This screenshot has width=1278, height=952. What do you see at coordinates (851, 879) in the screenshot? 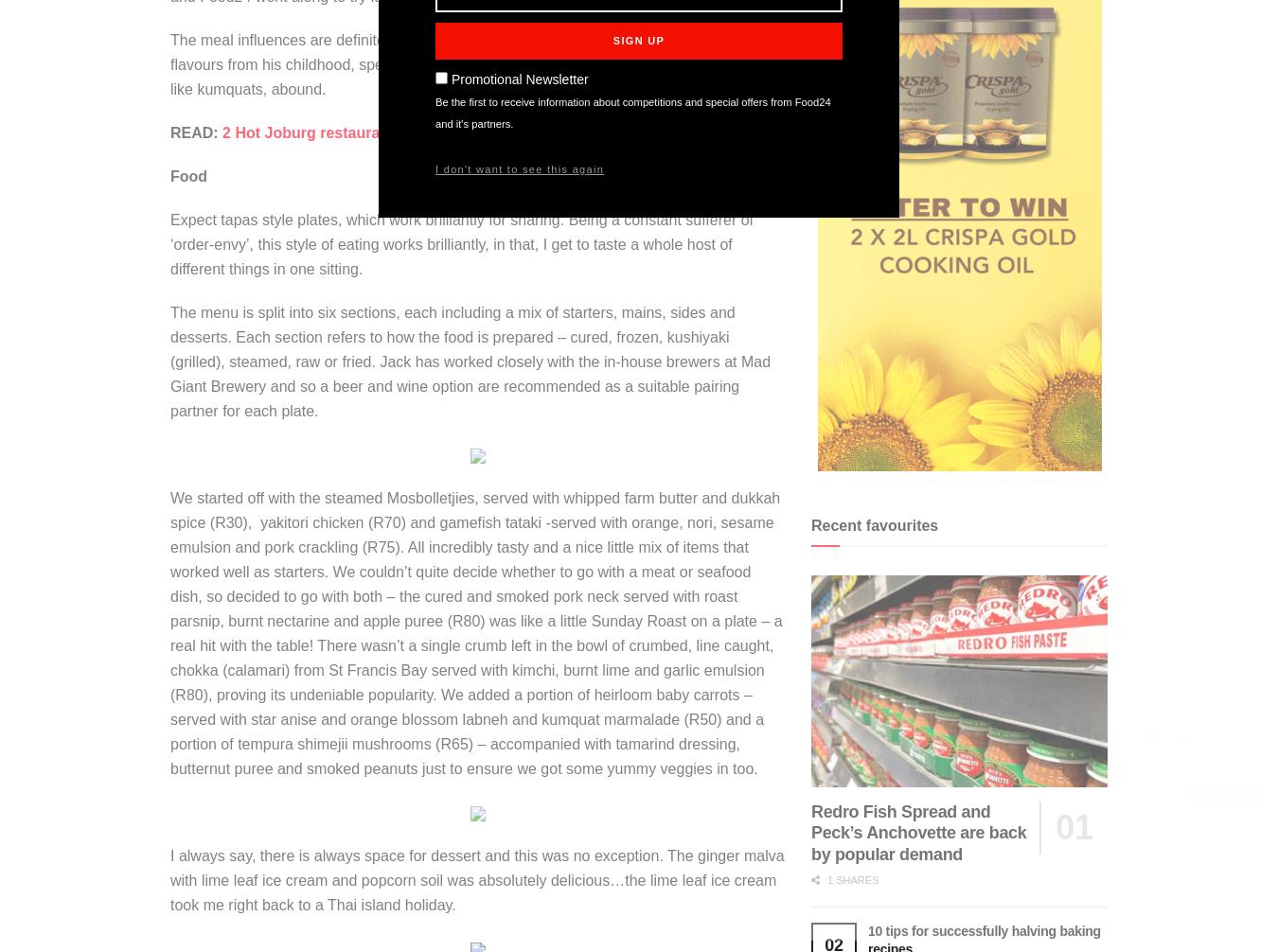
I see `'1 shares'` at bounding box center [851, 879].